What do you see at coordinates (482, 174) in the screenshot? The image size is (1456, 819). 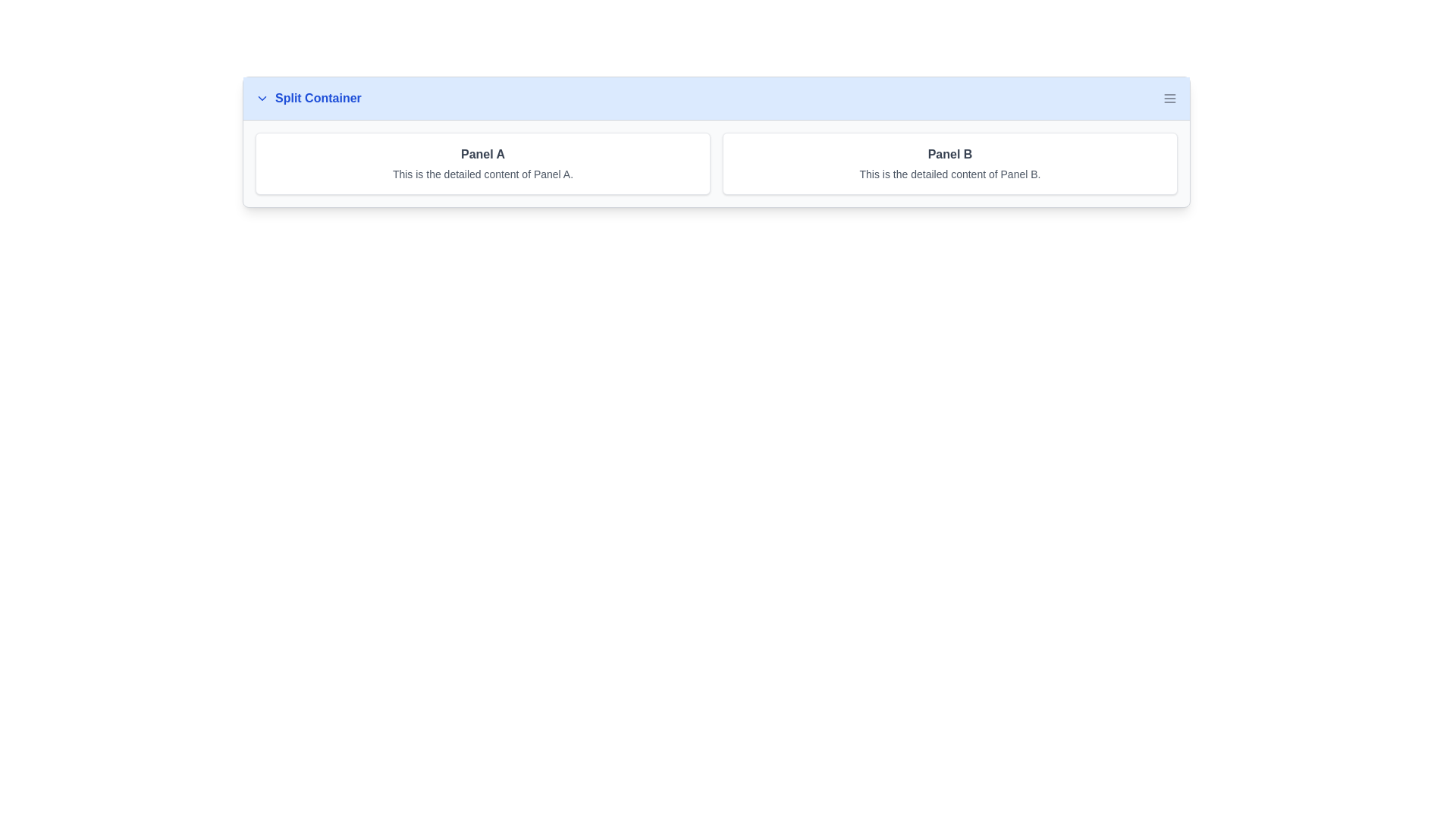 I see `the informational text element located at the bottom of 'Panel A' in the left panel` at bounding box center [482, 174].